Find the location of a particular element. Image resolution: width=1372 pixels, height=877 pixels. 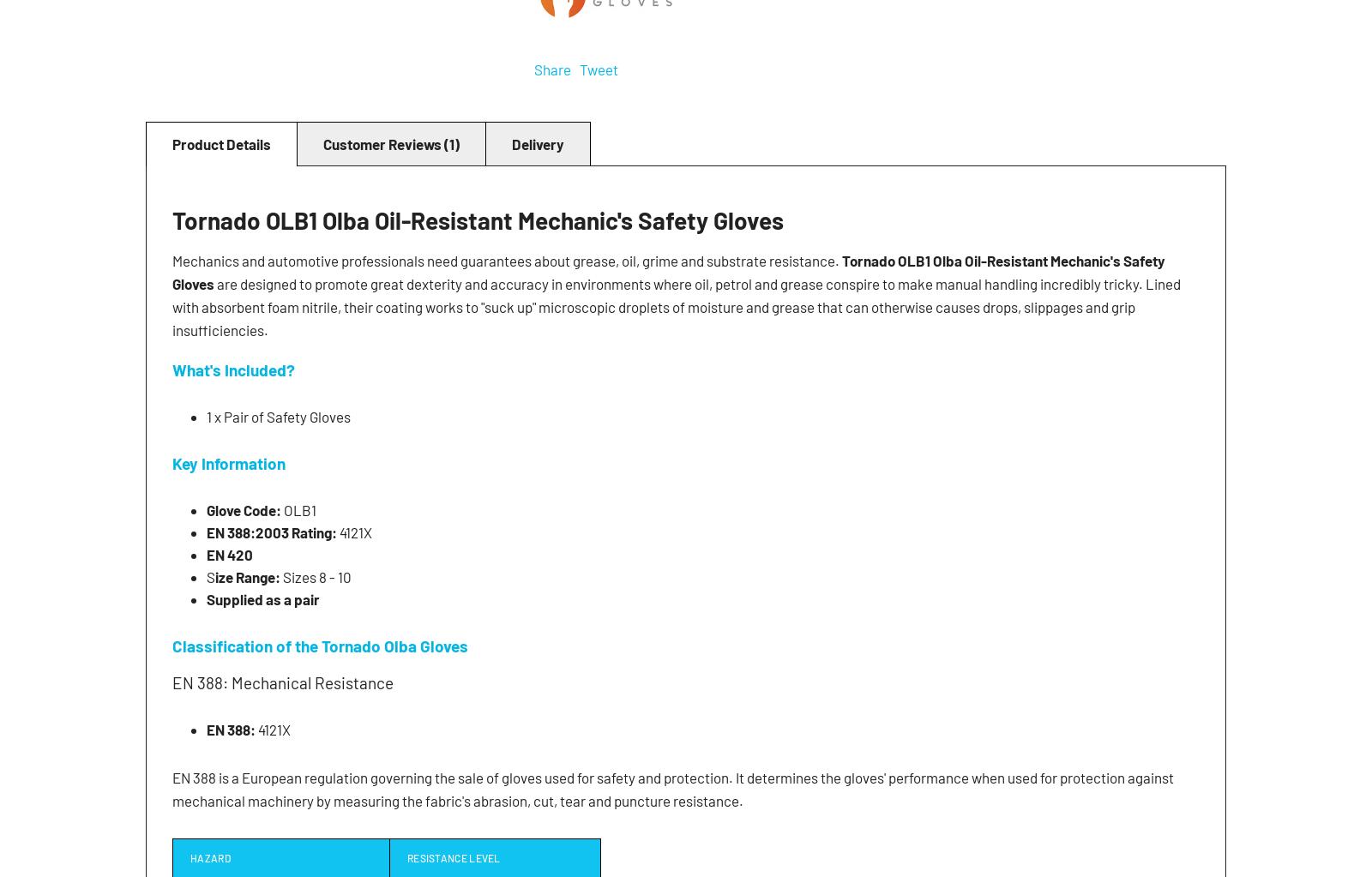

'Hazard' is located at coordinates (209, 856).